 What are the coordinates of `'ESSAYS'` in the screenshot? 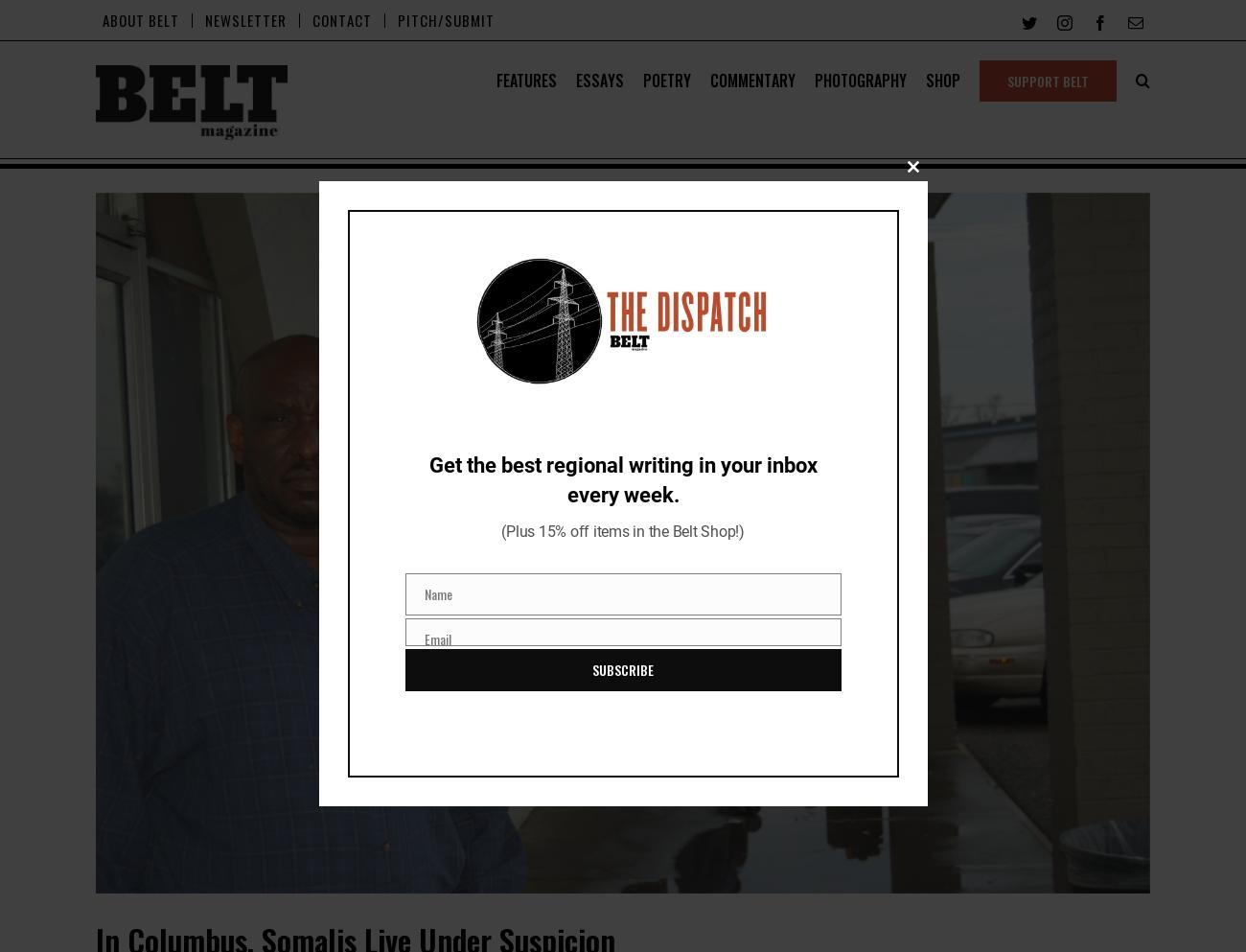 It's located at (599, 81).